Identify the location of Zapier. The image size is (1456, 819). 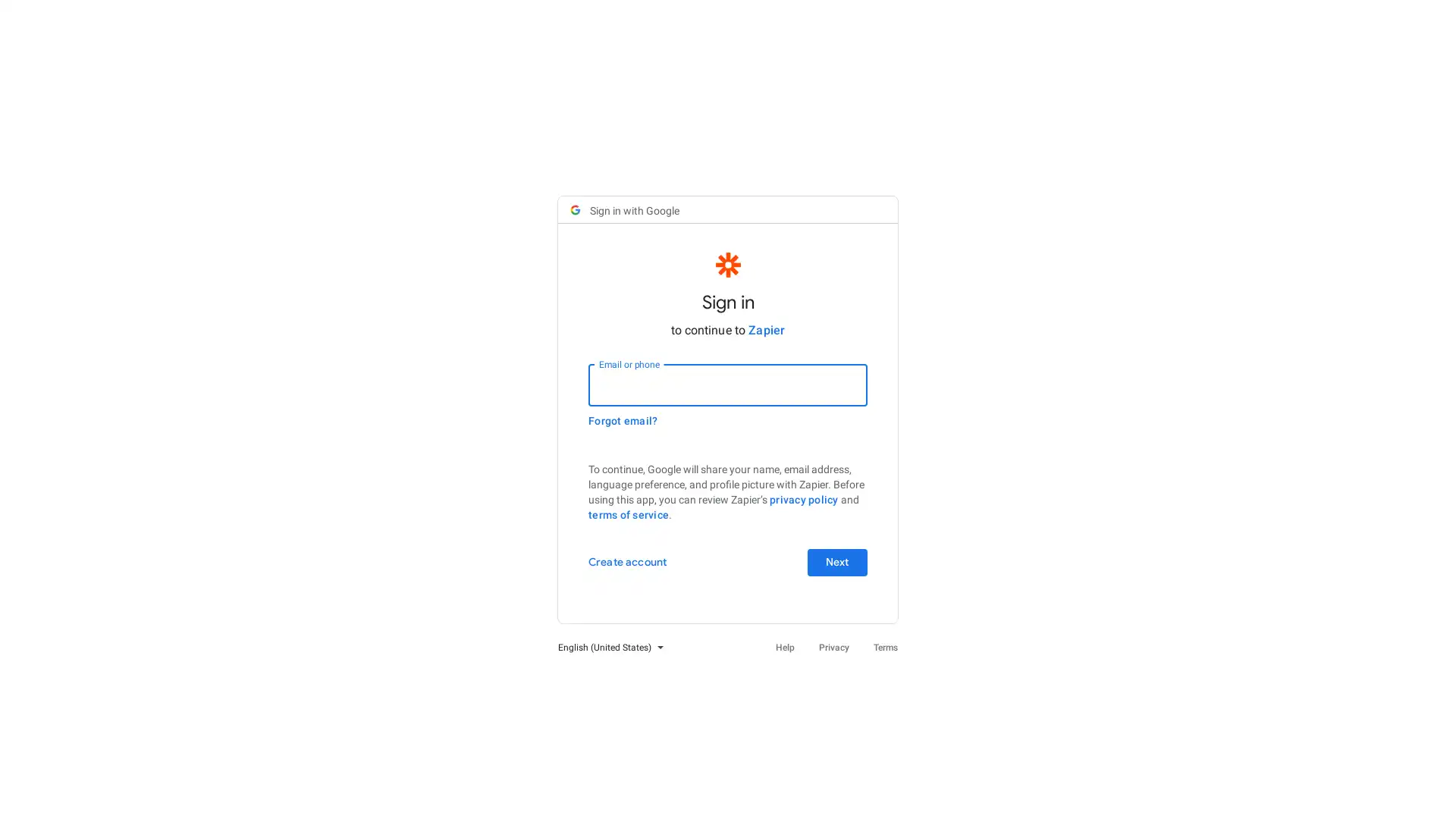
(767, 328).